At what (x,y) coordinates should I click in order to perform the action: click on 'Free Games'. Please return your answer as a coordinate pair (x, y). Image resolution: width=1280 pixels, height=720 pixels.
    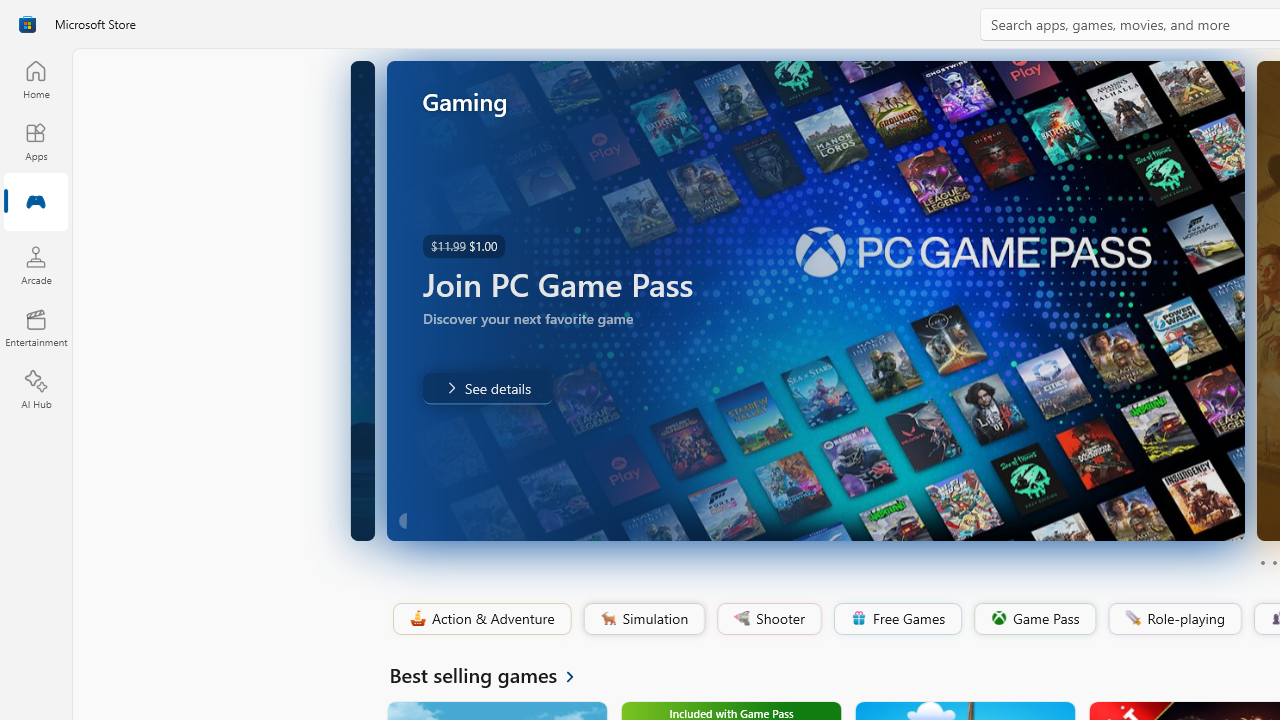
    Looking at the image, I should click on (896, 618).